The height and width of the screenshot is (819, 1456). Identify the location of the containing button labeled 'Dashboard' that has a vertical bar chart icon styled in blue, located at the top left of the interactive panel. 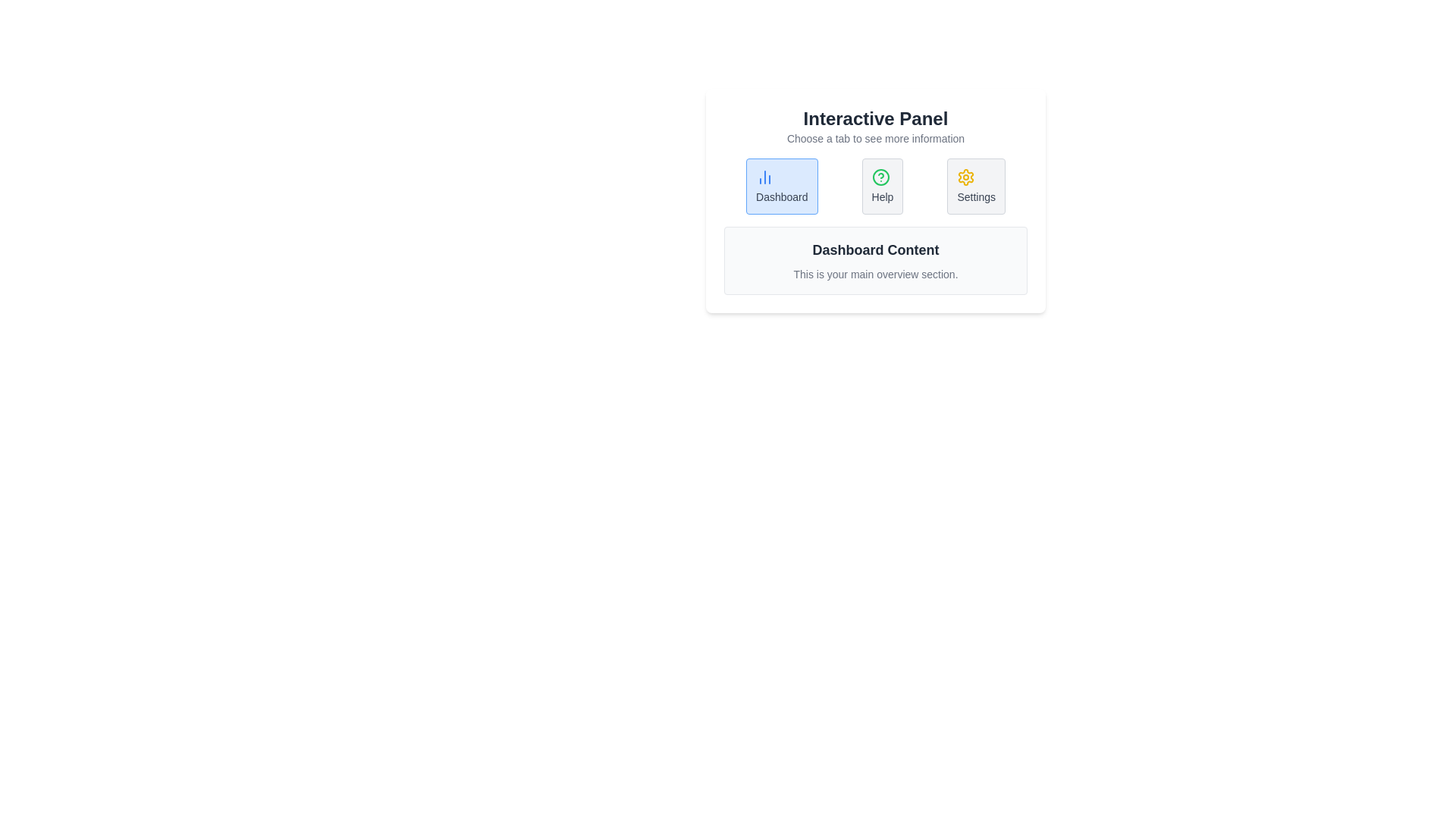
(764, 177).